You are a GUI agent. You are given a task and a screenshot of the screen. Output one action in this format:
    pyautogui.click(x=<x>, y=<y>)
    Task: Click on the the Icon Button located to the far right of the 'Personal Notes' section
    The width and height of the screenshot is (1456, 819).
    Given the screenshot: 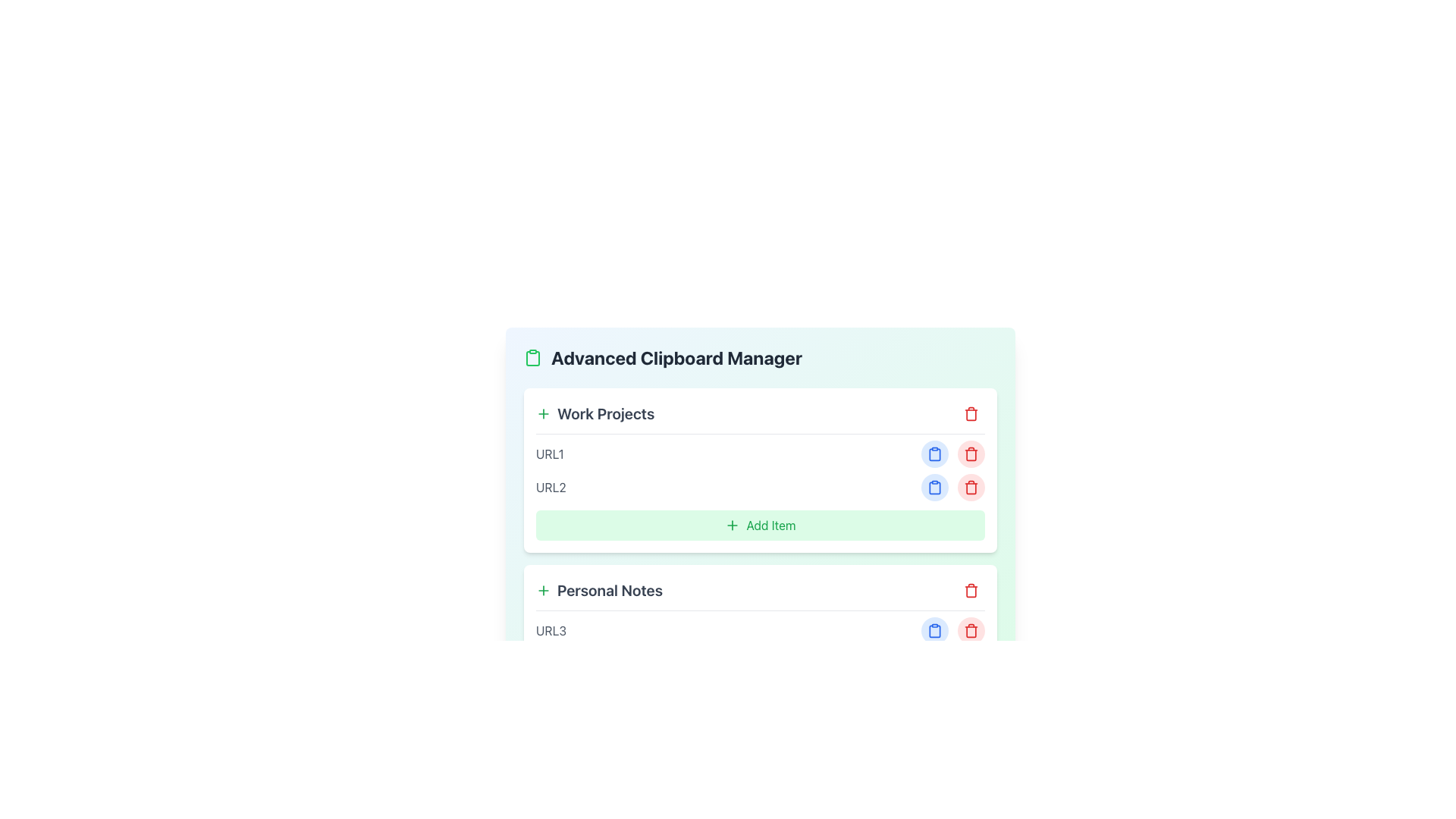 What is the action you would take?
    pyautogui.click(x=971, y=590)
    